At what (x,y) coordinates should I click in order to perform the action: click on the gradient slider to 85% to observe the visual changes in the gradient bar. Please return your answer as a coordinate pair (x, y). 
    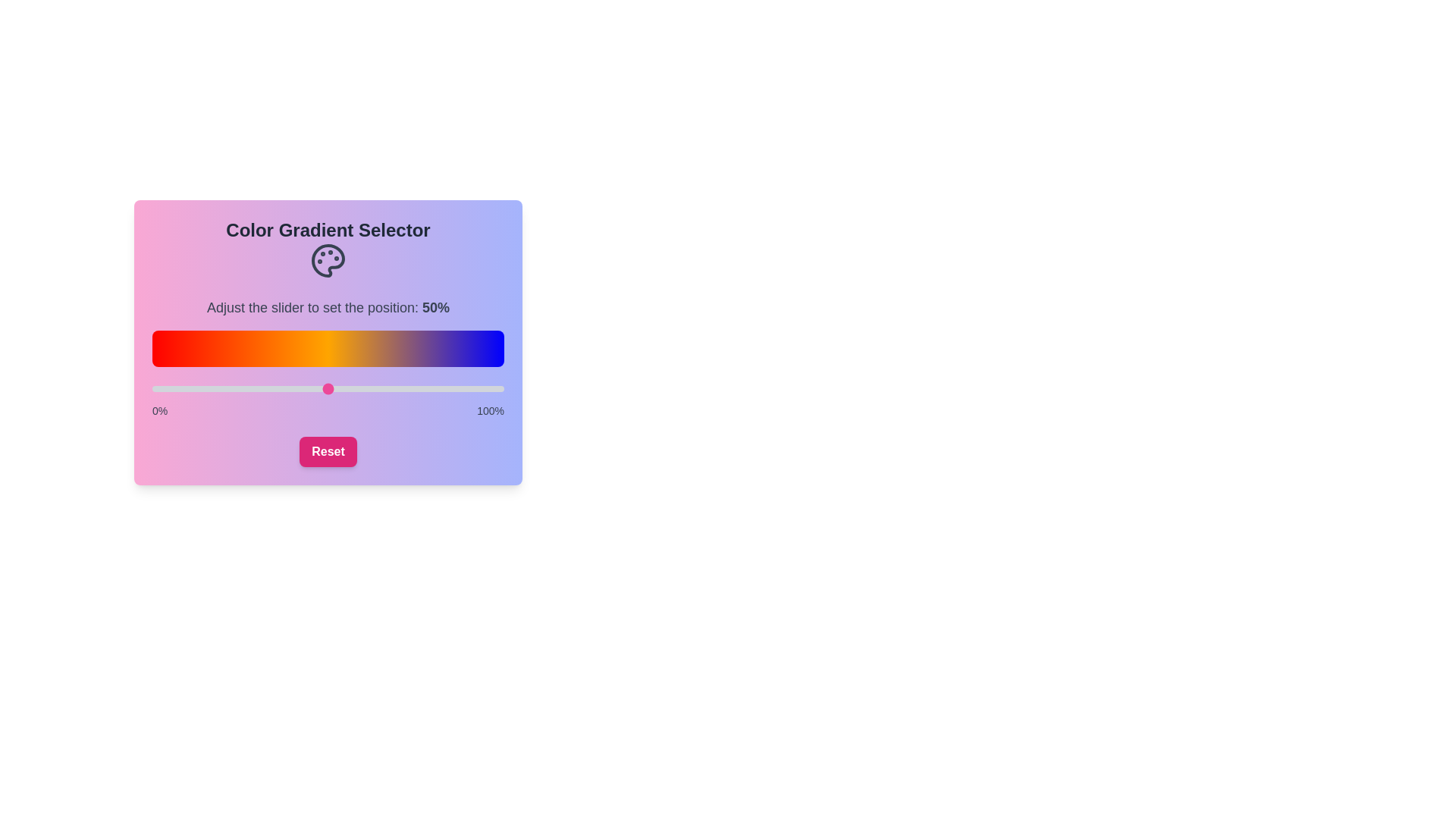
    Looking at the image, I should click on (450, 388).